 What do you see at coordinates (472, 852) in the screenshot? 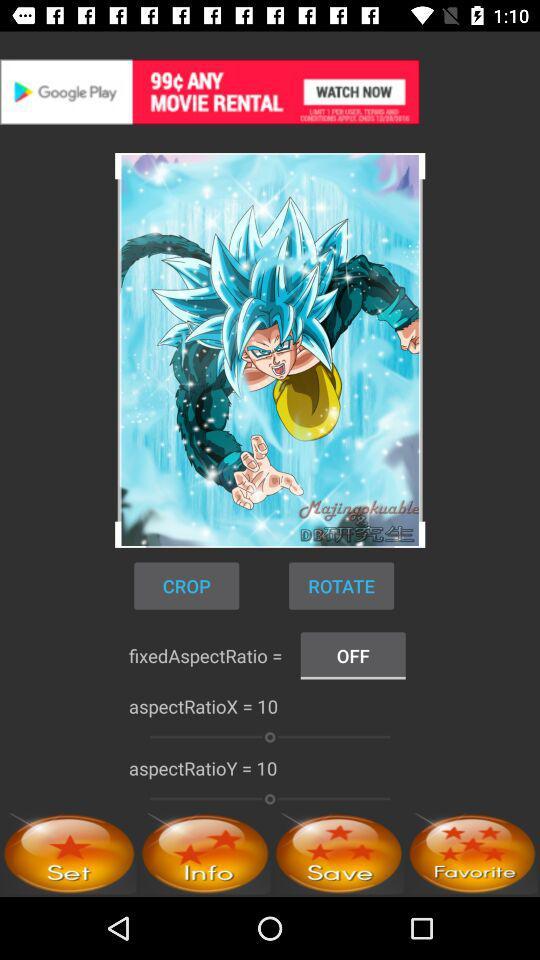
I see `check favorite` at bounding box center [472, 852].